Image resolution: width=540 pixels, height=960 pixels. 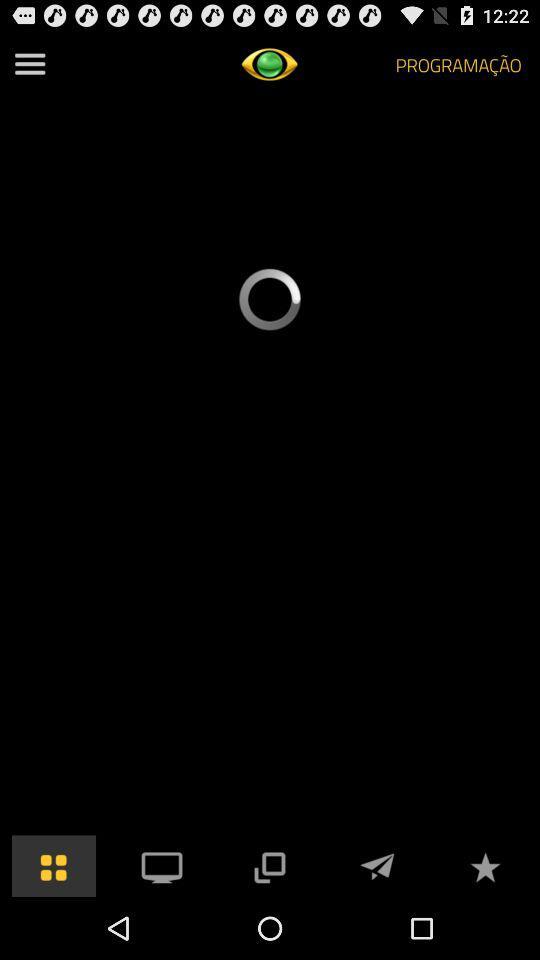 I want to click on arrow, so click(x=377, y=864).